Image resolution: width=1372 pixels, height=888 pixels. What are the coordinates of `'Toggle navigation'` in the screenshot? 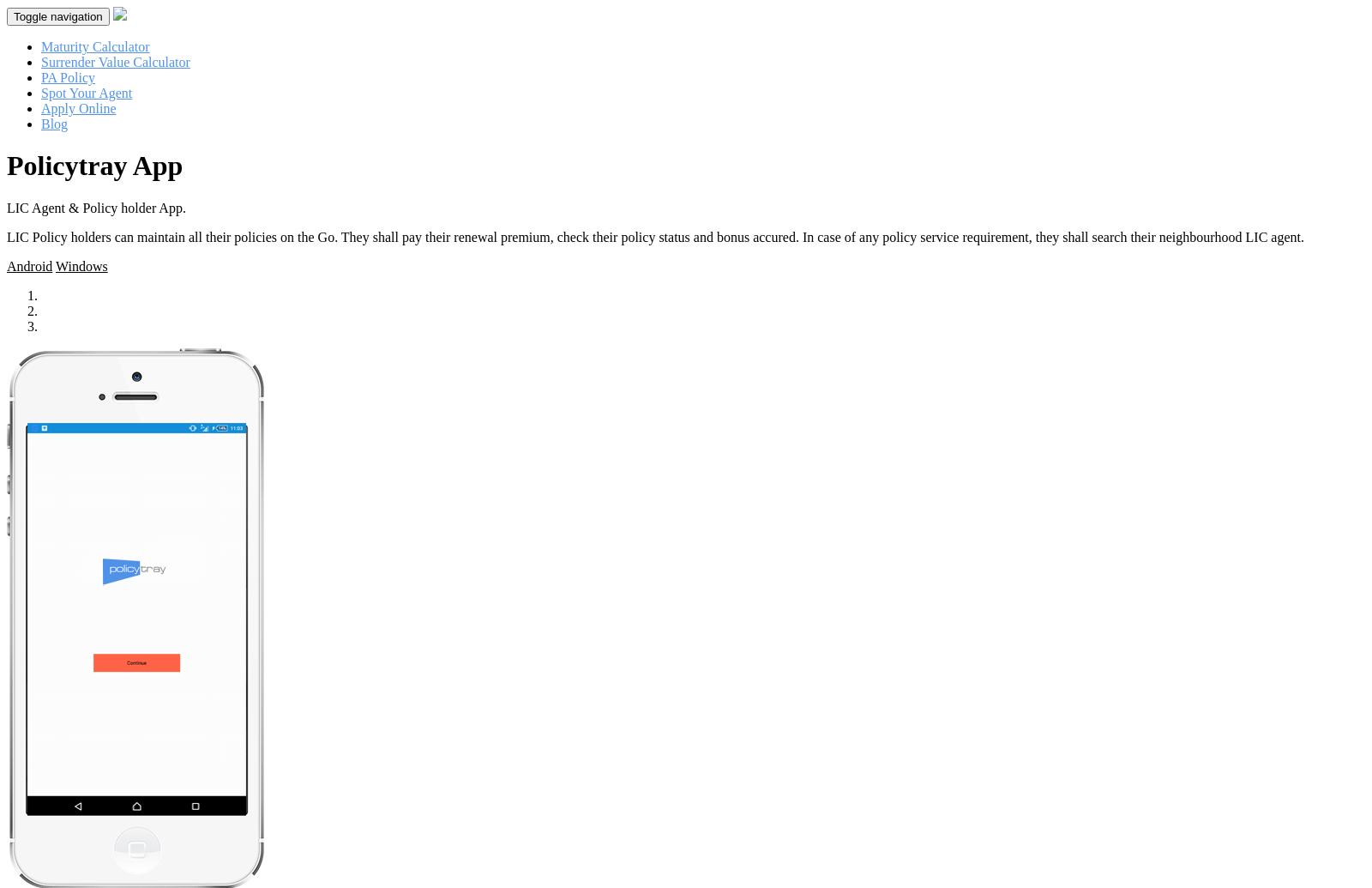 It's located at (57, 16).